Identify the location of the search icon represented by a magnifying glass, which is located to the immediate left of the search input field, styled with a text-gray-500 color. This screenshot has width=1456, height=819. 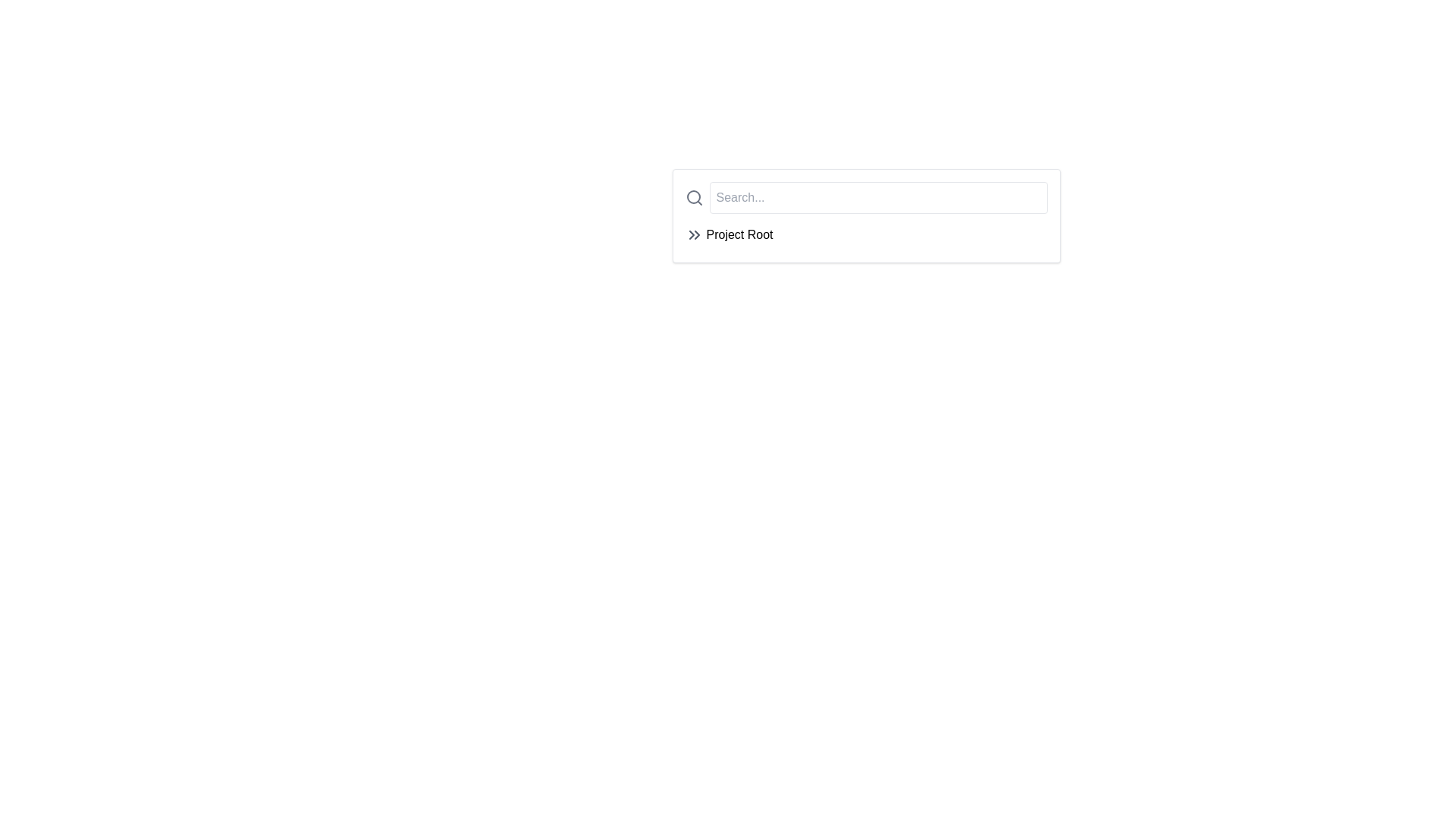
(693, 197).